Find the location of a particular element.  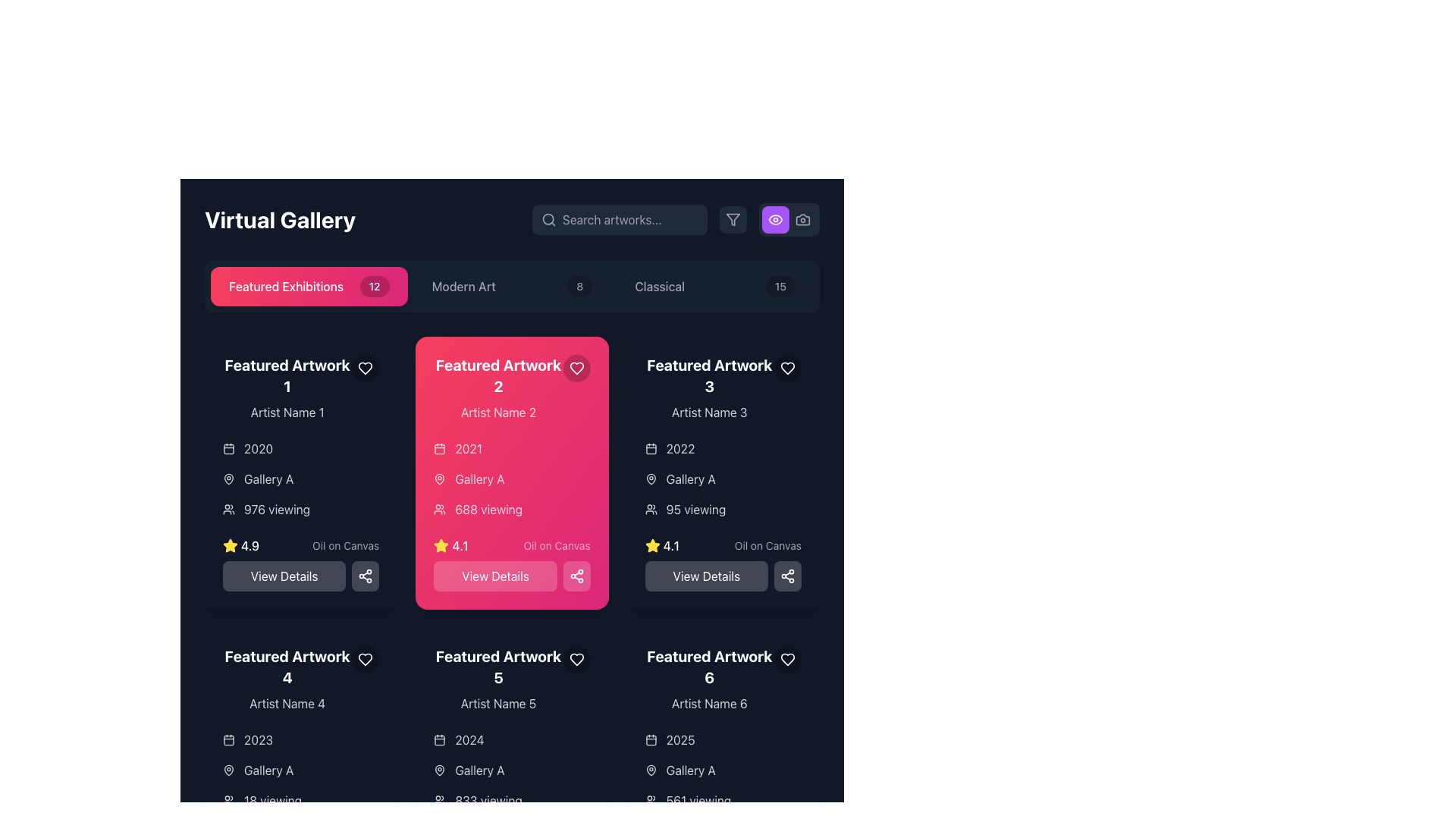

the Text label displaying '4.9', which is located next to a yellow star icon in the 'Featured Artwork 1' card is located at coordinates (250, 546).